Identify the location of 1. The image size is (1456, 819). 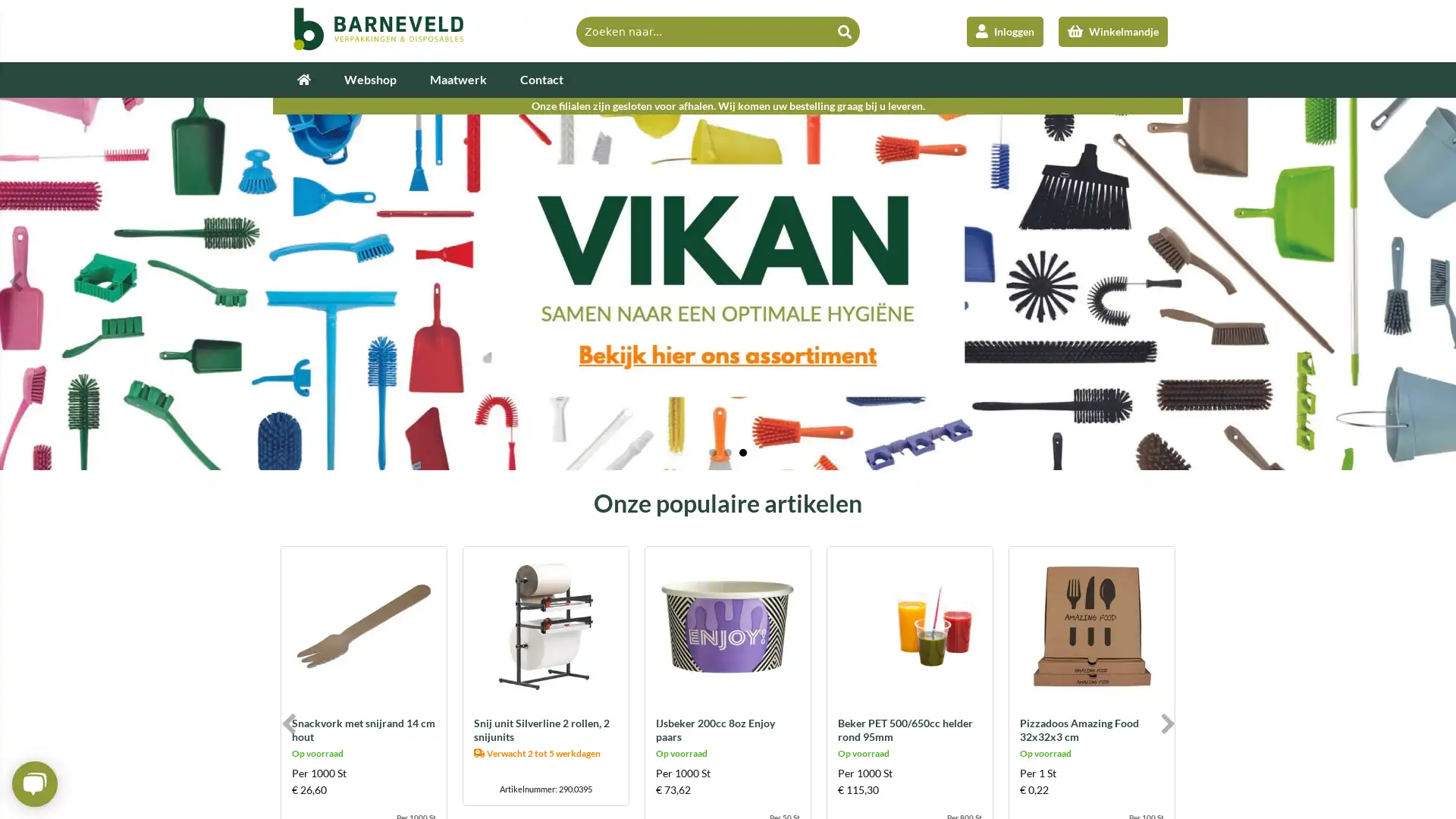
(712, 452).